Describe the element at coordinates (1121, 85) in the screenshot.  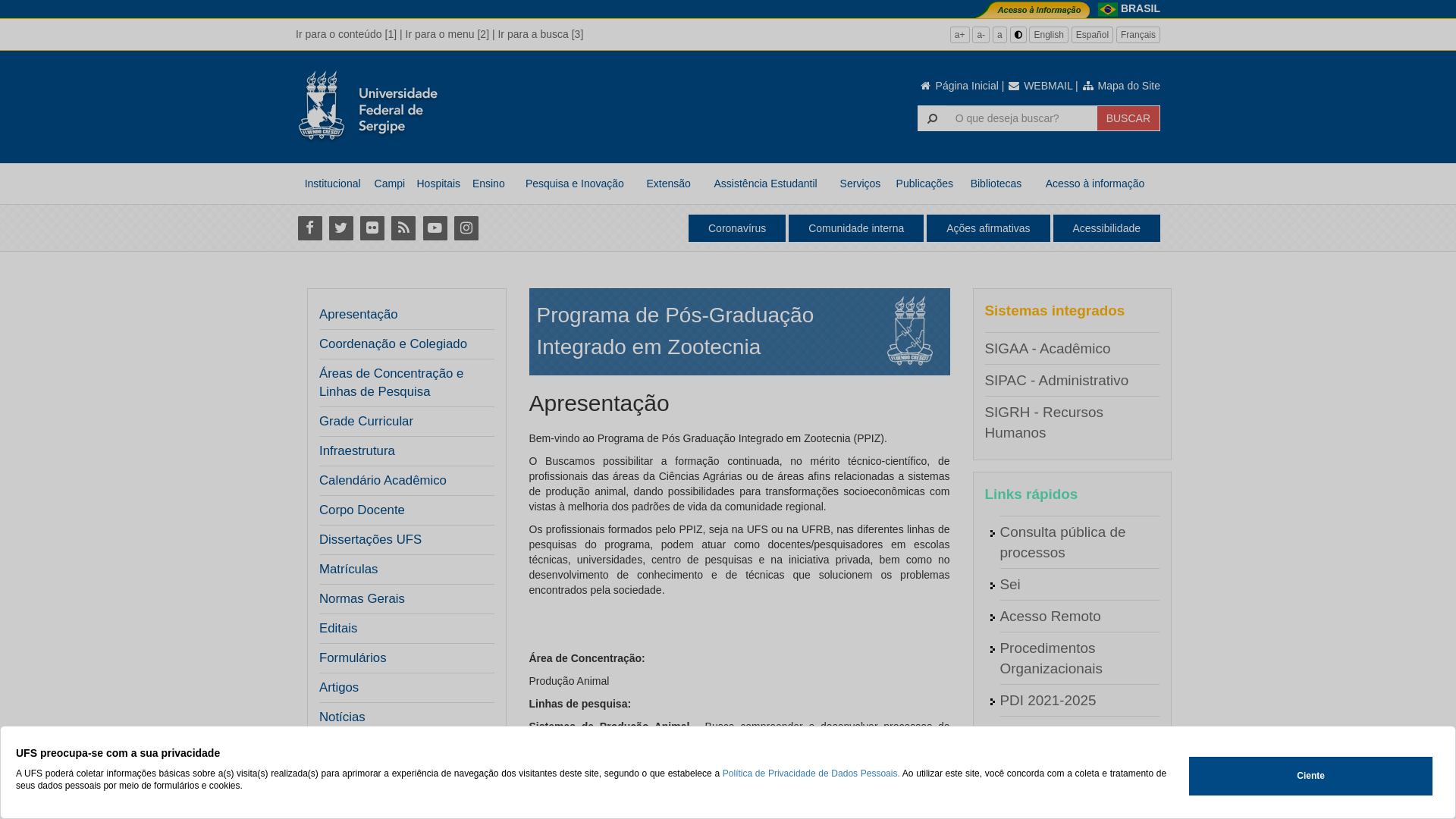
I see `'Mapa do Site'` at that location.